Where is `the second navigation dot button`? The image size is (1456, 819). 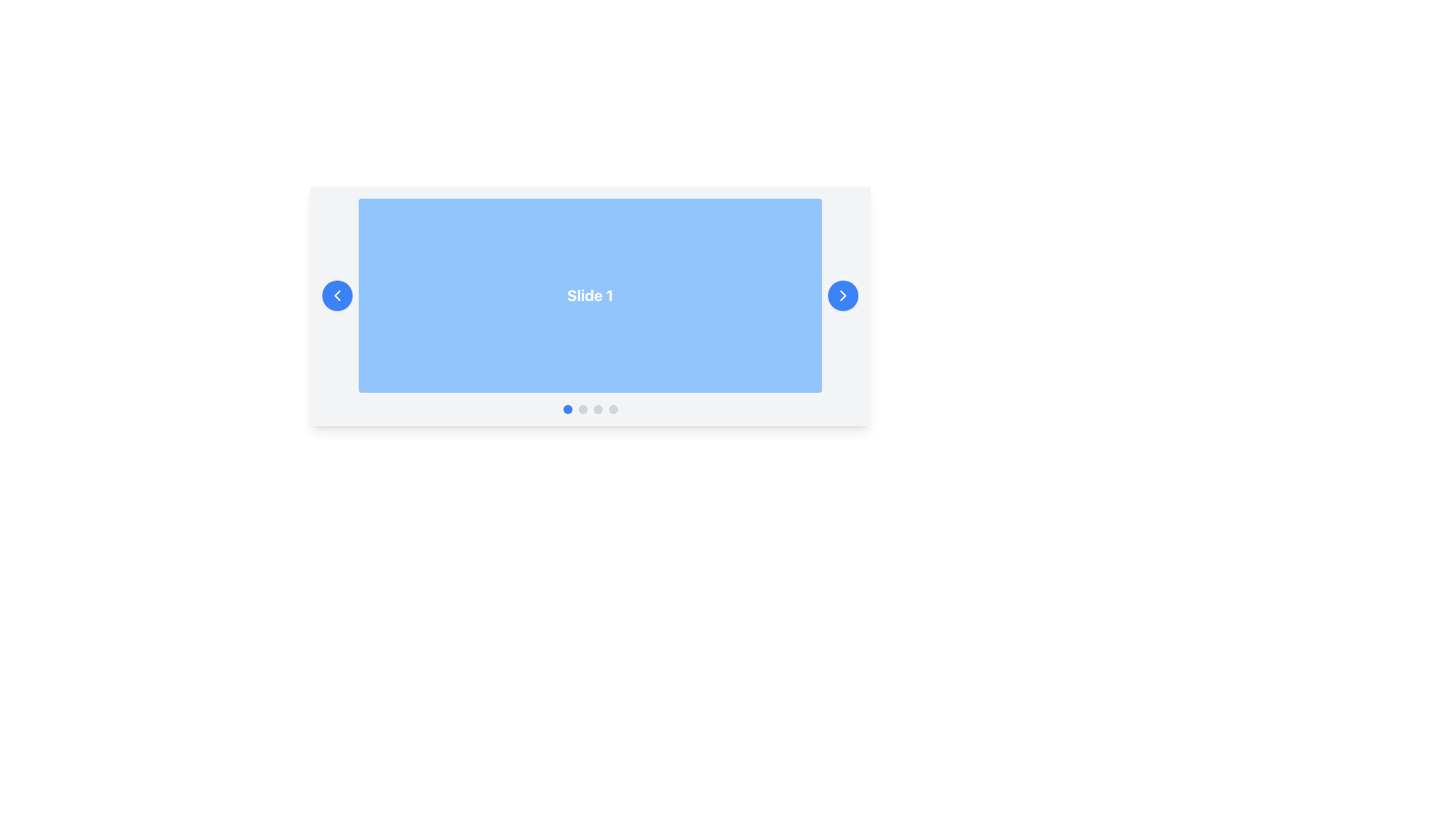
the second navigation dot button is located at coordinates (582, 409).